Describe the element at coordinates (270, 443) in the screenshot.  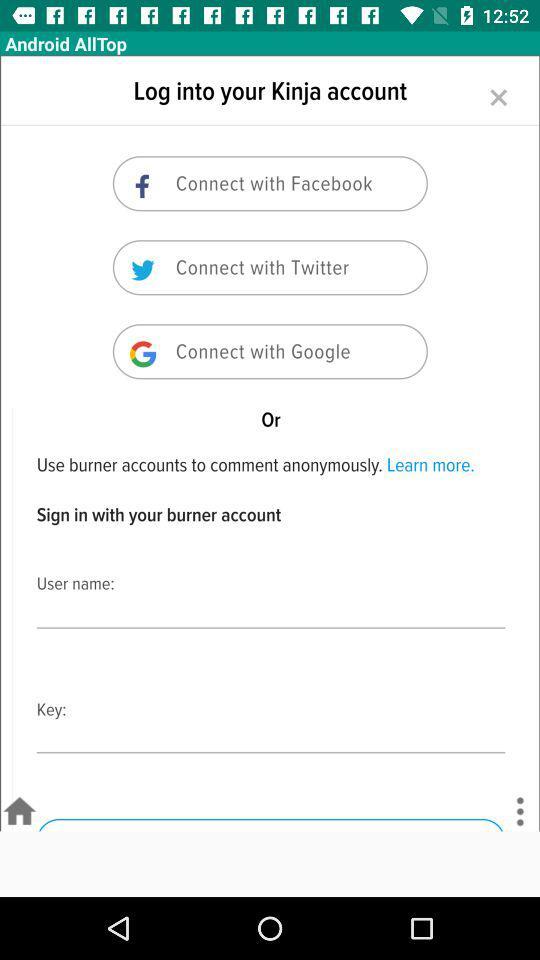
I see `window screen` at that location.